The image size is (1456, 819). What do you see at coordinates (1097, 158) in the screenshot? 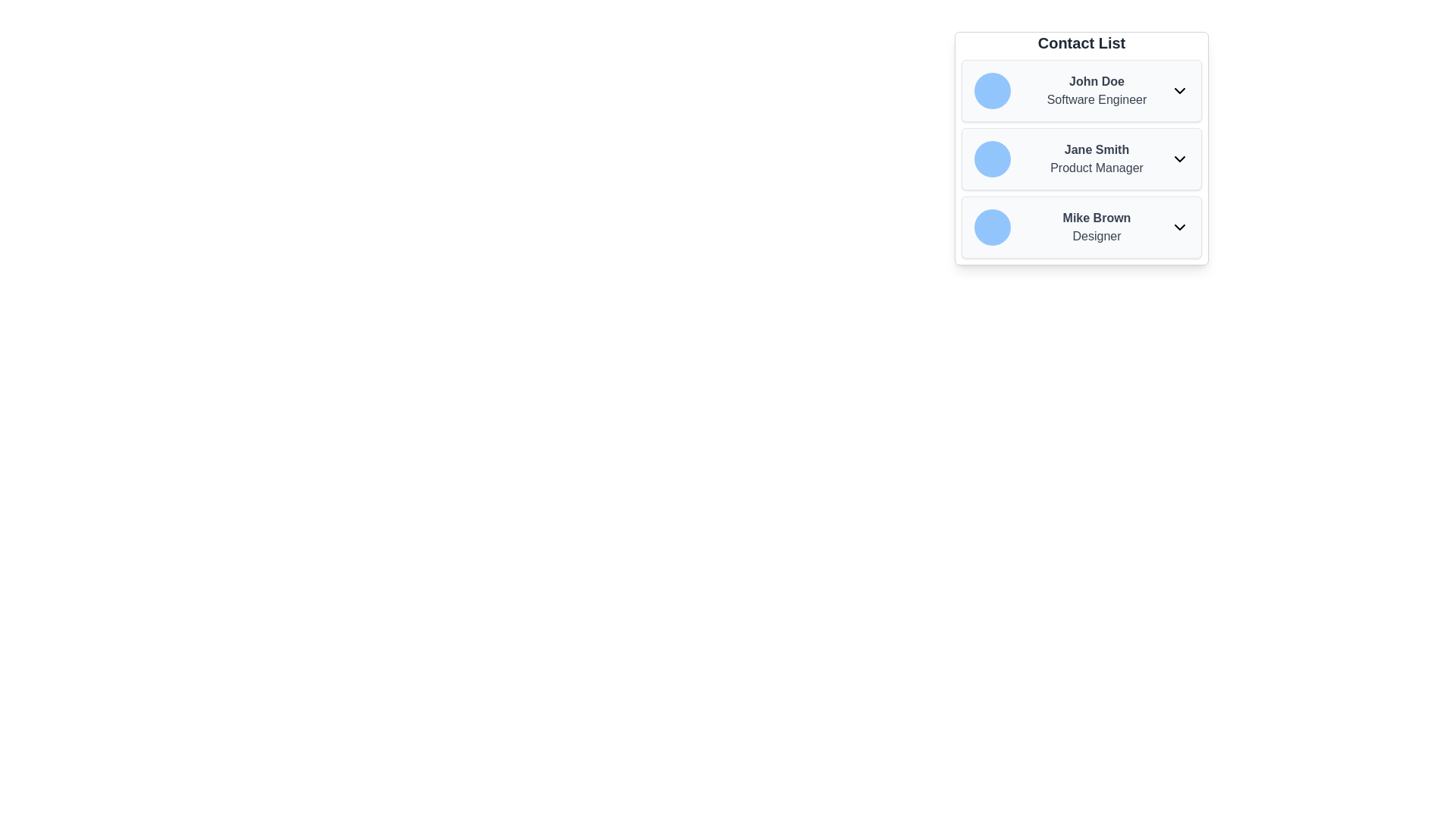
I see `the second contact entry in the contact list, which provides the name and job title of a contact` at bounding box center [1097, 158].